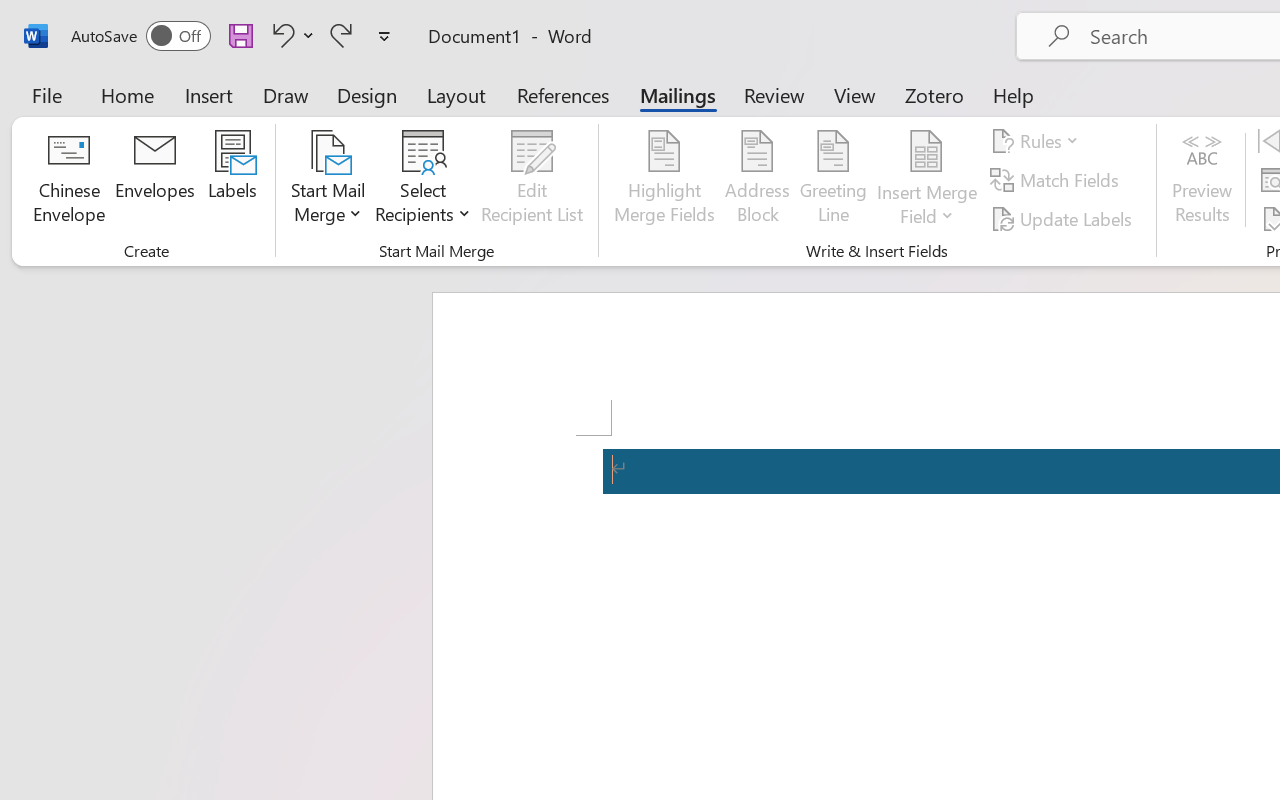 The image size is (1280, 800). What do you see at coordinates (756, 179) in the screenshot?
I see `'Address Block...'` at bounding box center [756, 179].